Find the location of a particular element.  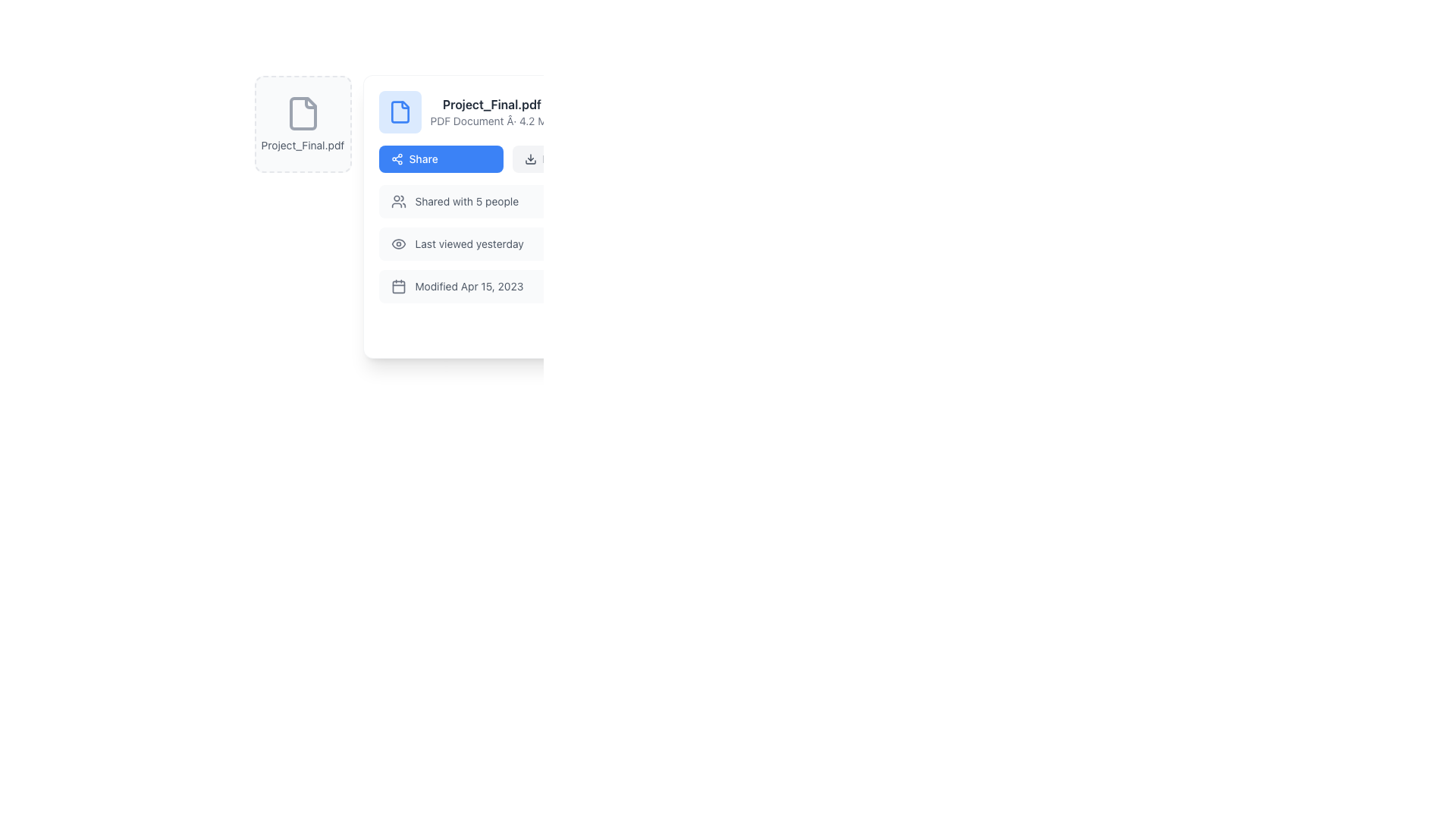

the static text label that reads 'Shared with 5 people', which is styled in small gray font and accompanied by an icon of group-like figures, located in the middle section of a card-like interface is located at coordinates (453, 201).